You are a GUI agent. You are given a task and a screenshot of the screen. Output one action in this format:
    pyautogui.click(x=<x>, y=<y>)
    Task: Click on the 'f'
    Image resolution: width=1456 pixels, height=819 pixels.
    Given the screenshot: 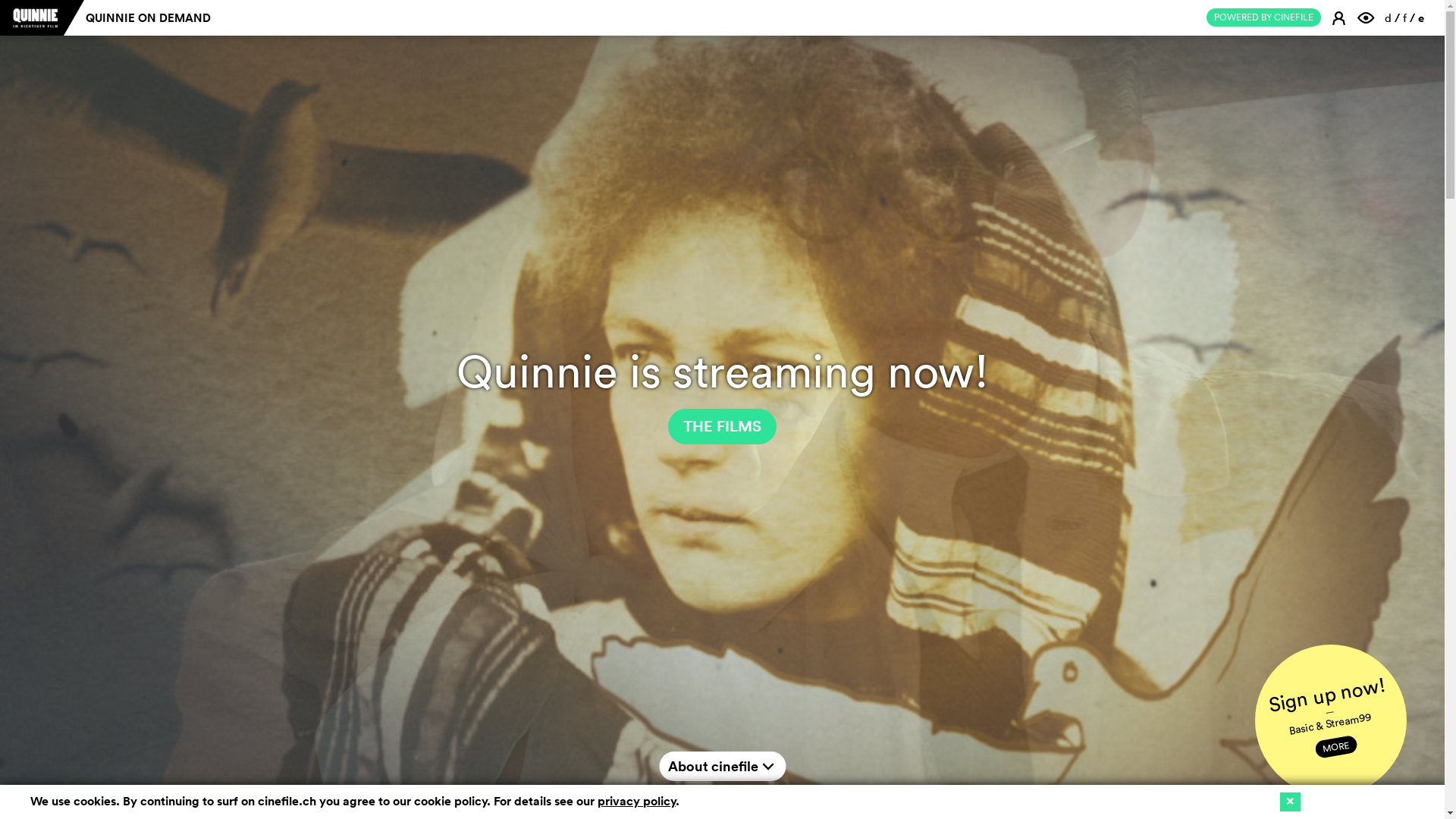 What is the action you would take?
    pyautogui.click(x=1404, y=17)
    